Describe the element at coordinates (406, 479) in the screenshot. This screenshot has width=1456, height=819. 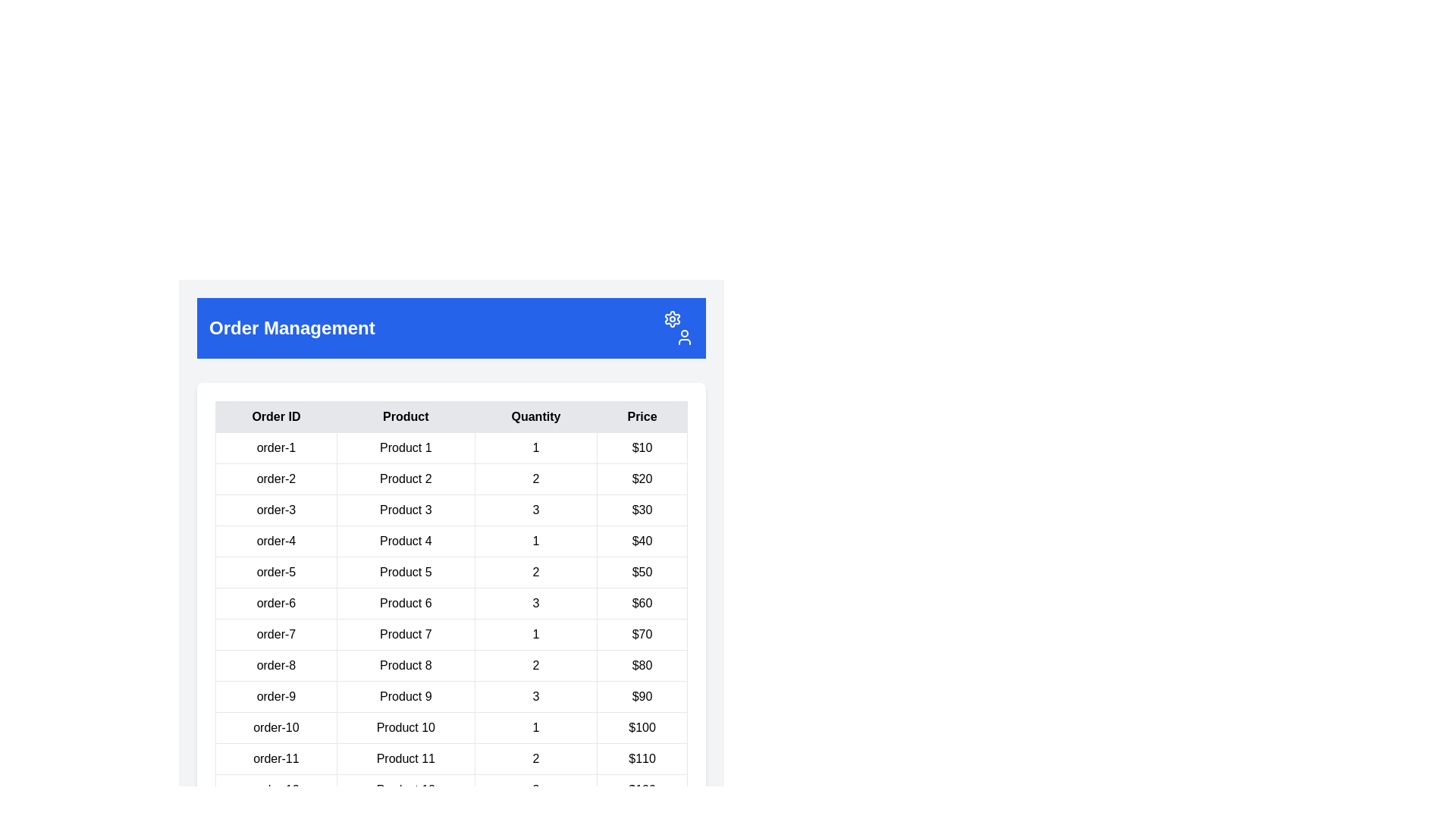
I see `the static text element representing the product name located in the second column of the second row of the data table, adjacent to 'order-2' on the left and '2' on the right` at that location.